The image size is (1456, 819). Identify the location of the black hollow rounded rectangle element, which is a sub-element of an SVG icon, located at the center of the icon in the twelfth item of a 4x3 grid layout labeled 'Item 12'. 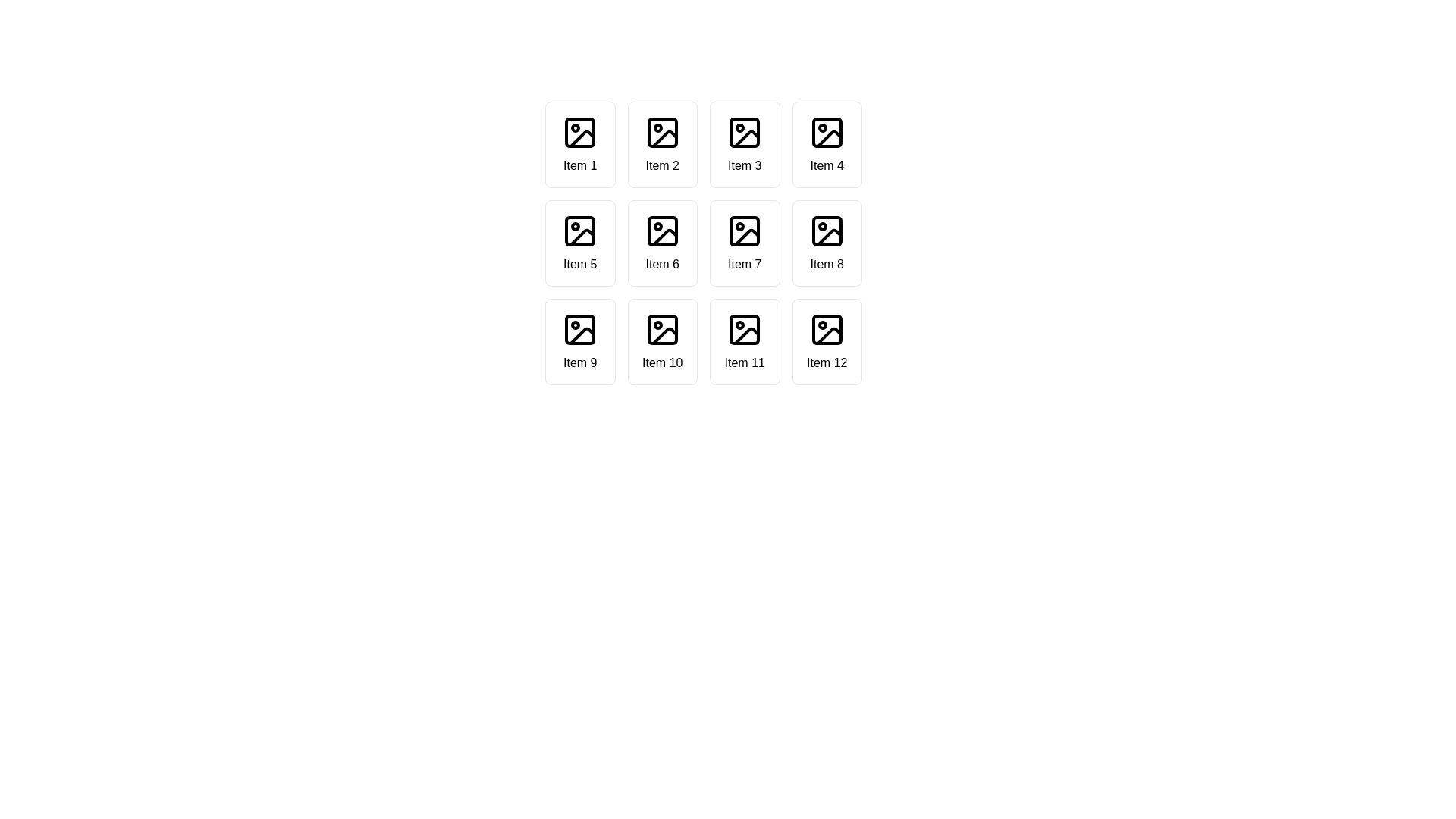
(826, 329).